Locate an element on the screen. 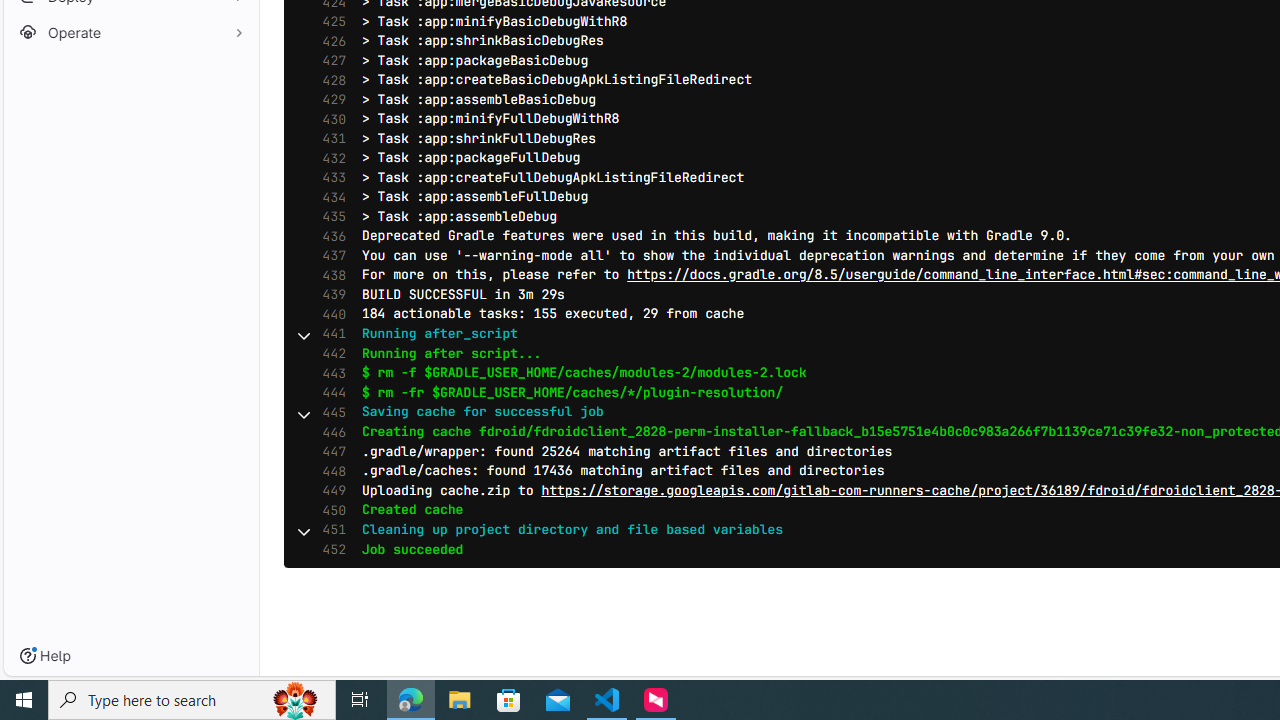  '444' is located at coordinates (329, 393).